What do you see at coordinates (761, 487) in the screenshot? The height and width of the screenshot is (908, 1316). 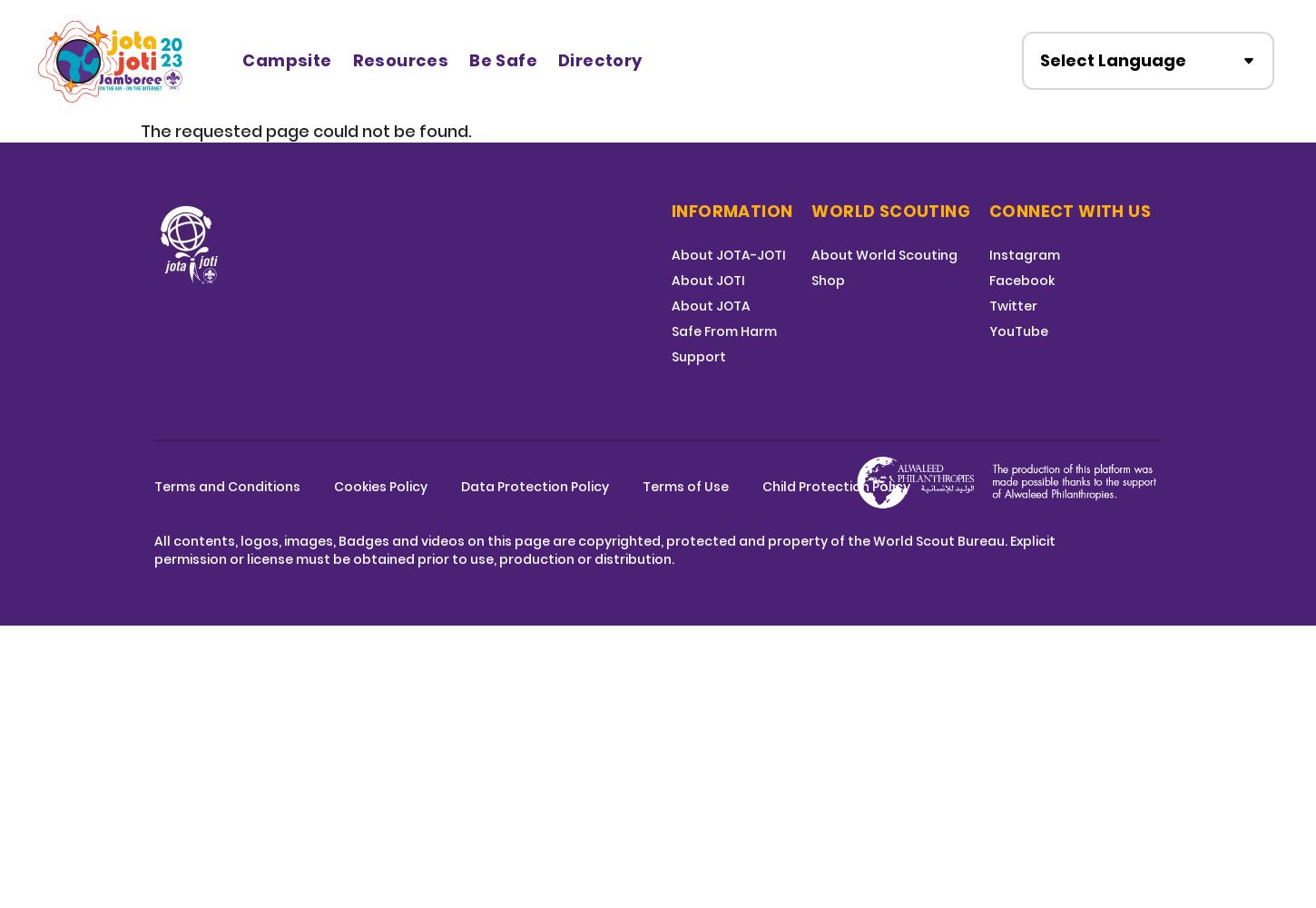 I see `'Child Protection Policy'` at bounding box center [761, 487].